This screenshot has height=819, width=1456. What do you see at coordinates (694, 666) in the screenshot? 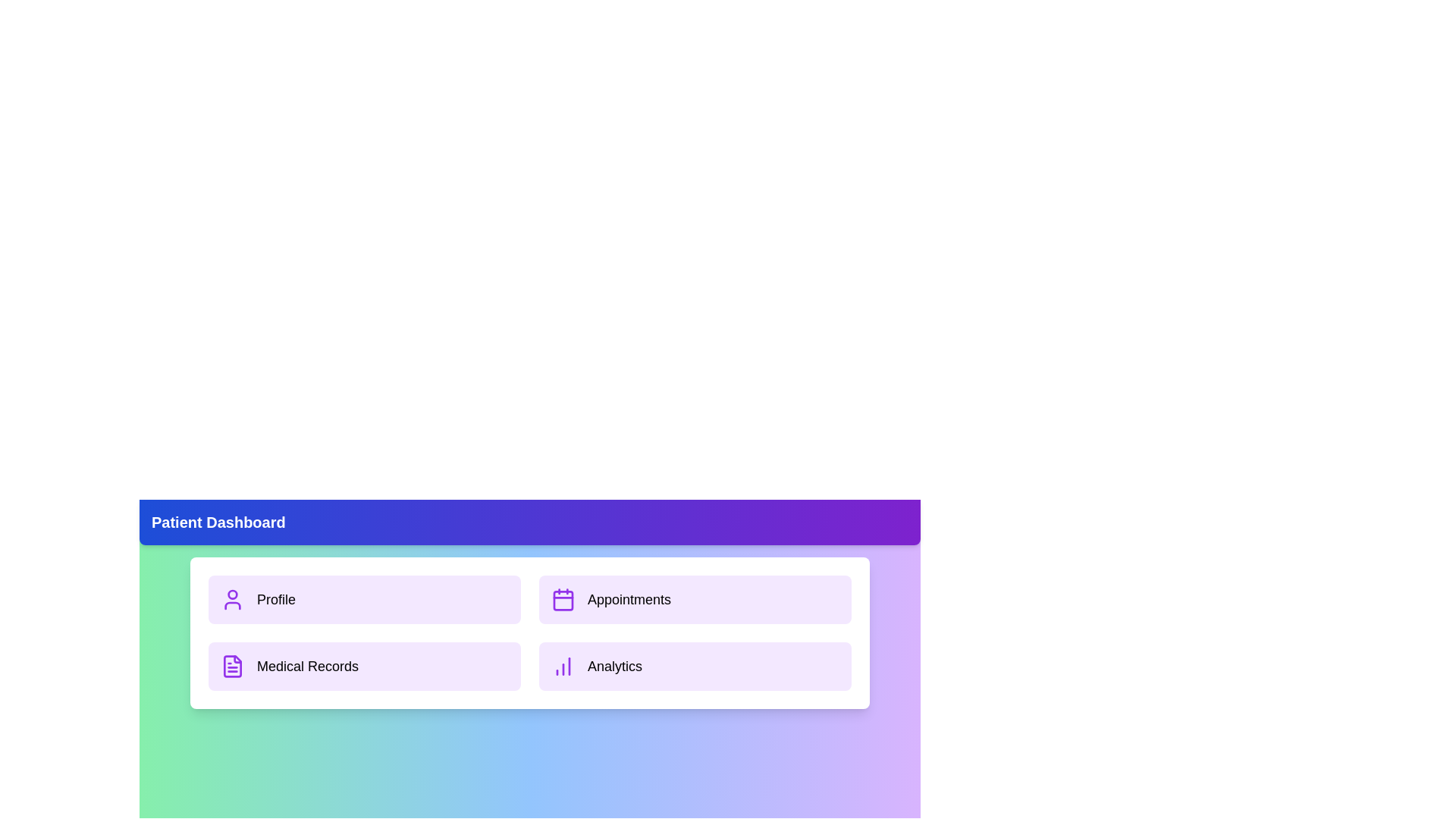
I see `the 'Analytics' section` at bounding box center [694, 666].